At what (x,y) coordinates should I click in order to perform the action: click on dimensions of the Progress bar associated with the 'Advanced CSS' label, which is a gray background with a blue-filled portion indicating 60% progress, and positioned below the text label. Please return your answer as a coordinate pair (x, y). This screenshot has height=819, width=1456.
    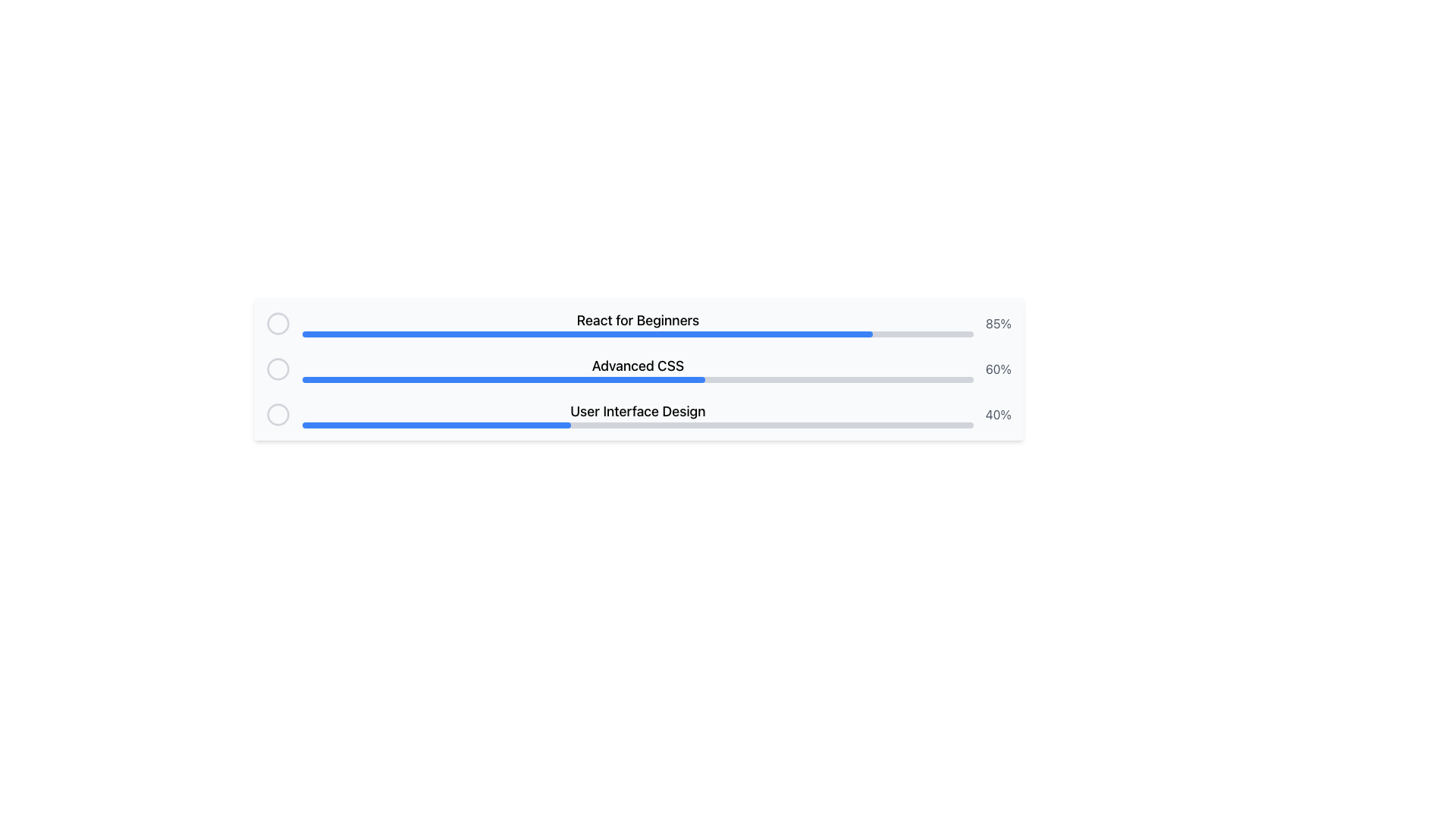
    Looking at the image, I should click on (638, 379).